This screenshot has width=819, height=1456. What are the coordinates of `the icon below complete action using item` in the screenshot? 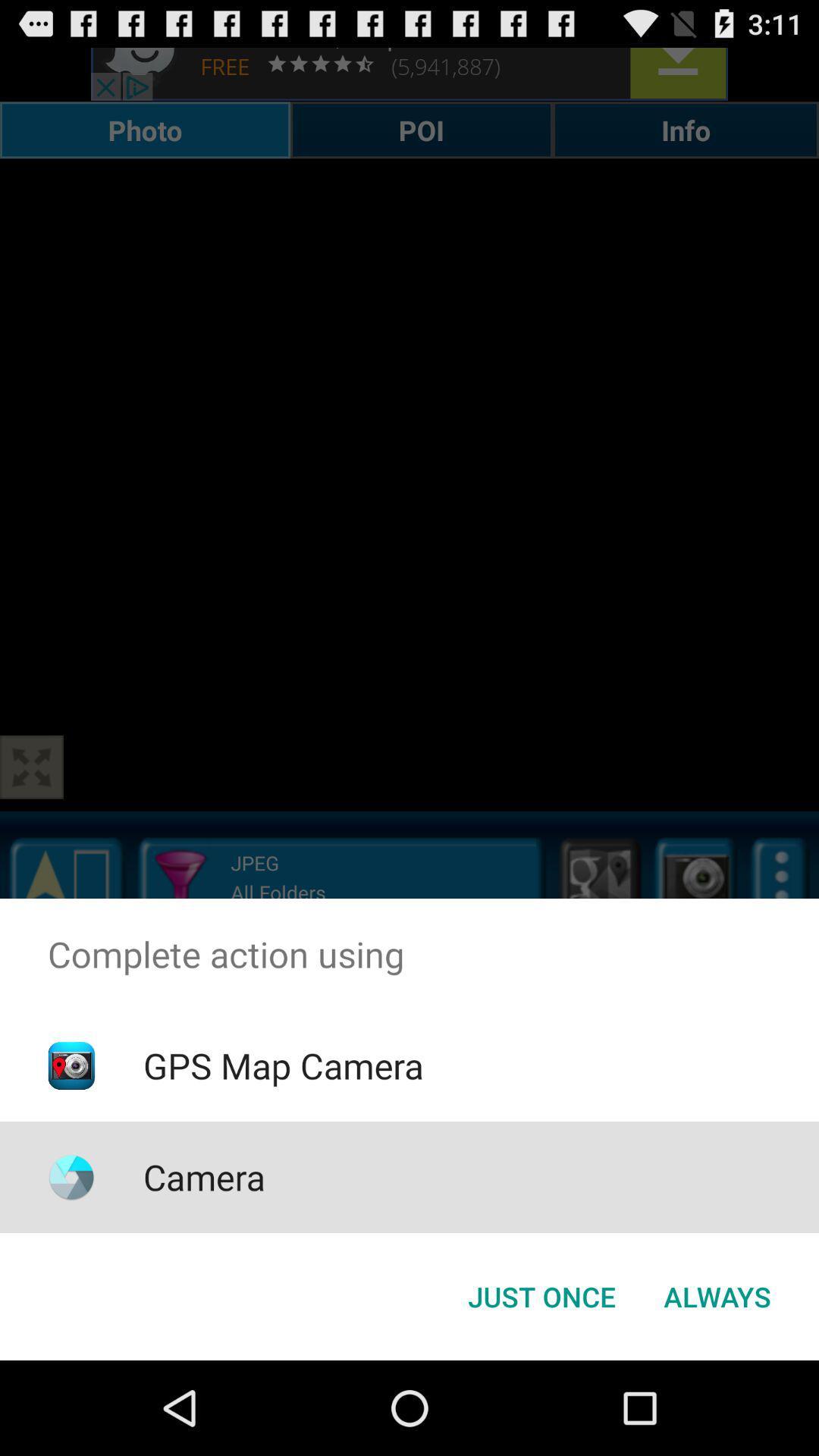 It's located at (283, 1065).